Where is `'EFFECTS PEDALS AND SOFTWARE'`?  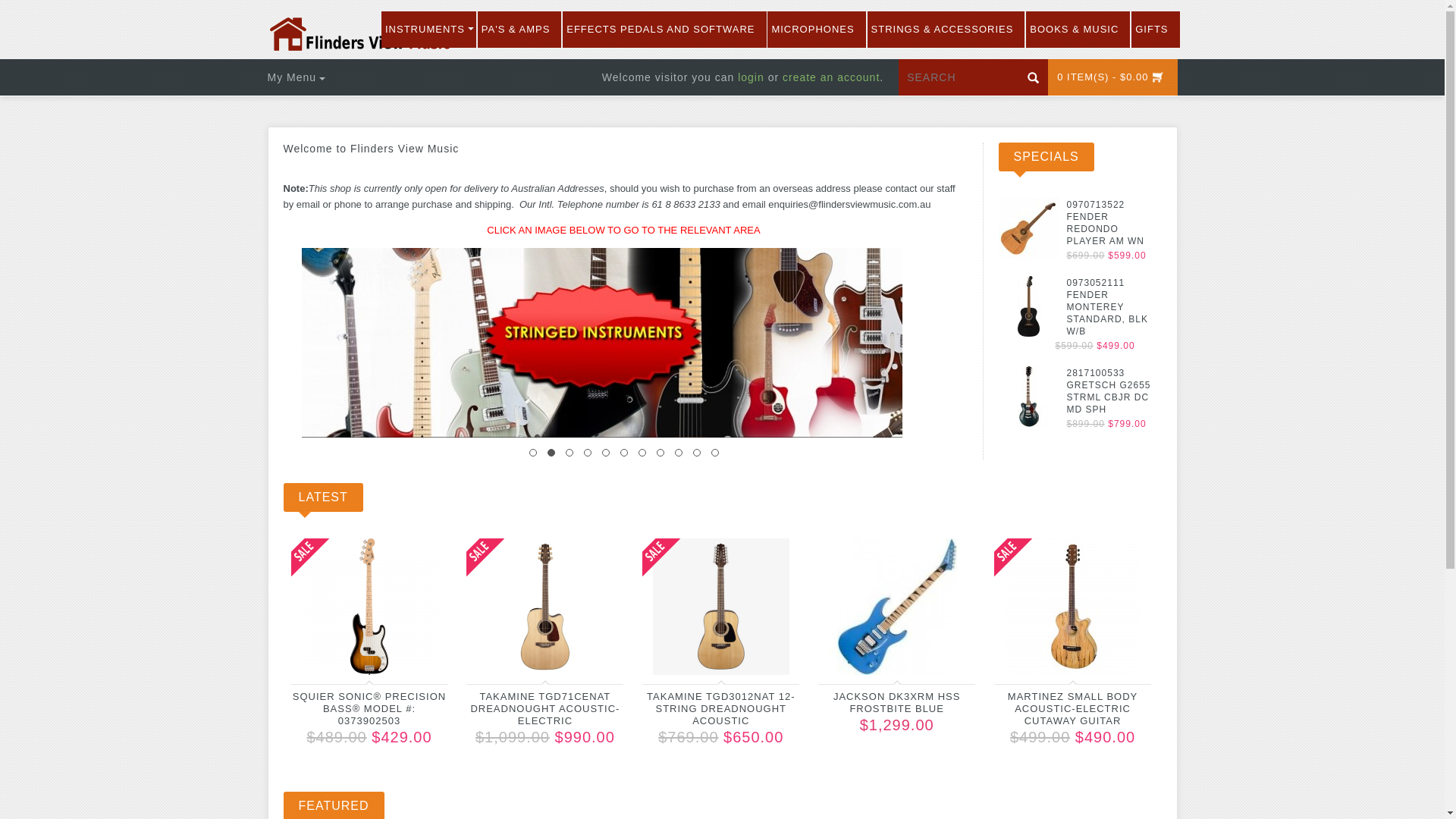
'EFFECTS PEDALS AND SOFTWARE' is located at coordinates (664, 29).